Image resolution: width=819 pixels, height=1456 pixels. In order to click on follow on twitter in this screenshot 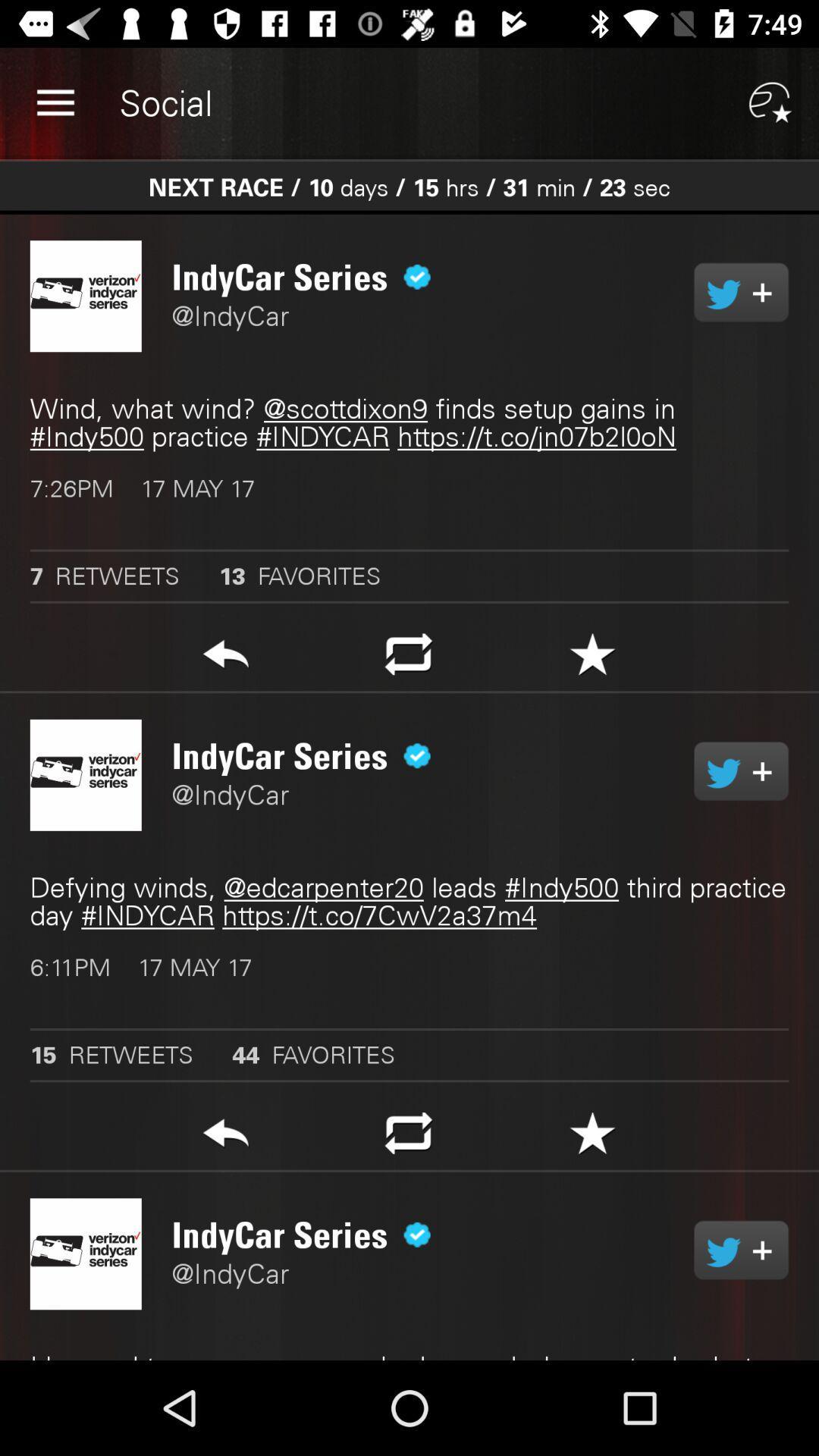, I will do `click(740, 771)`.